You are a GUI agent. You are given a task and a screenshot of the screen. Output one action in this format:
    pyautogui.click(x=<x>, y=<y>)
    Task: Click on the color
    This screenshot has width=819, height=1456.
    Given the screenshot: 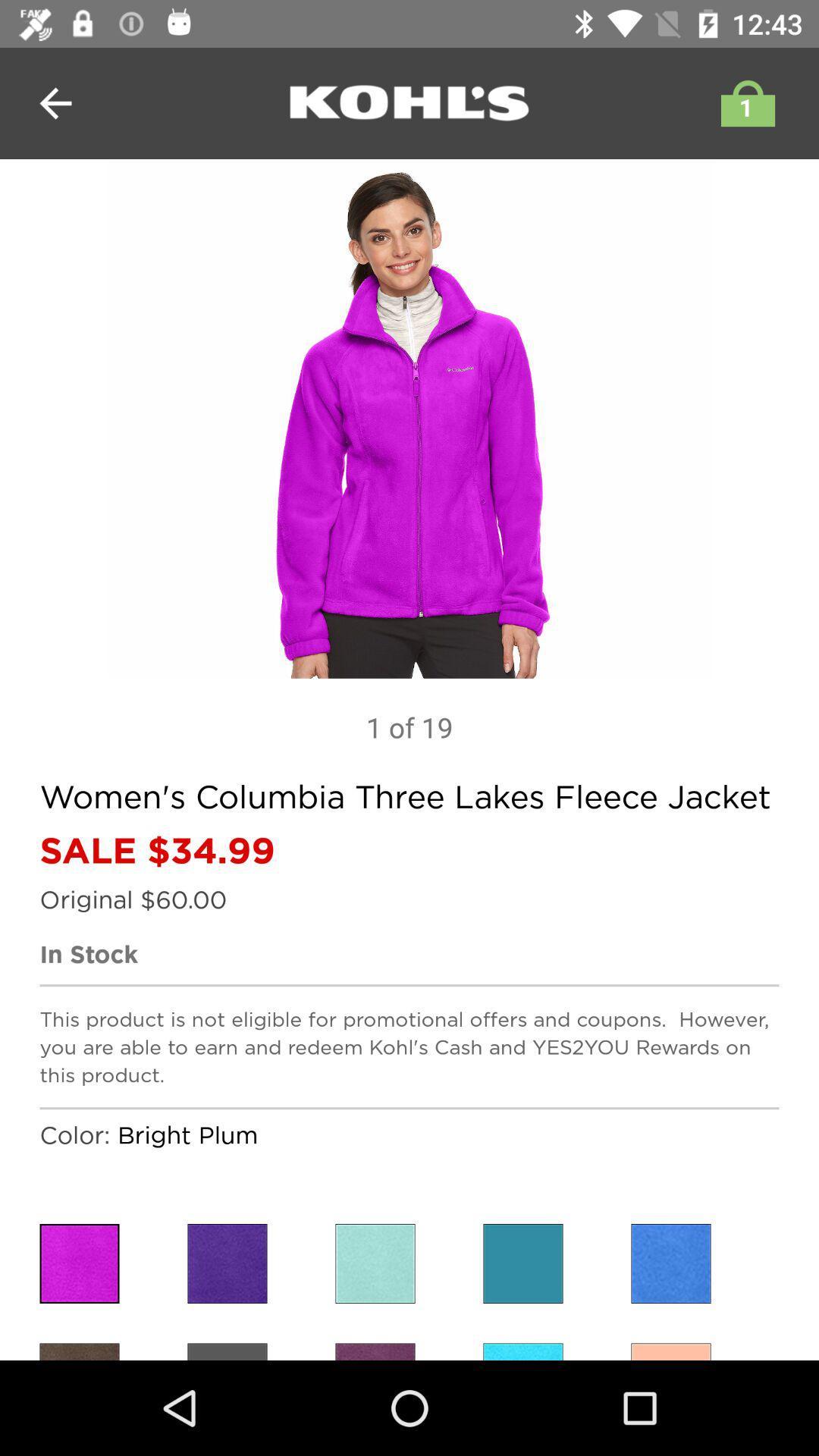 What is the action you would take?
    pyautogui.click(x=522, y=1263)
    